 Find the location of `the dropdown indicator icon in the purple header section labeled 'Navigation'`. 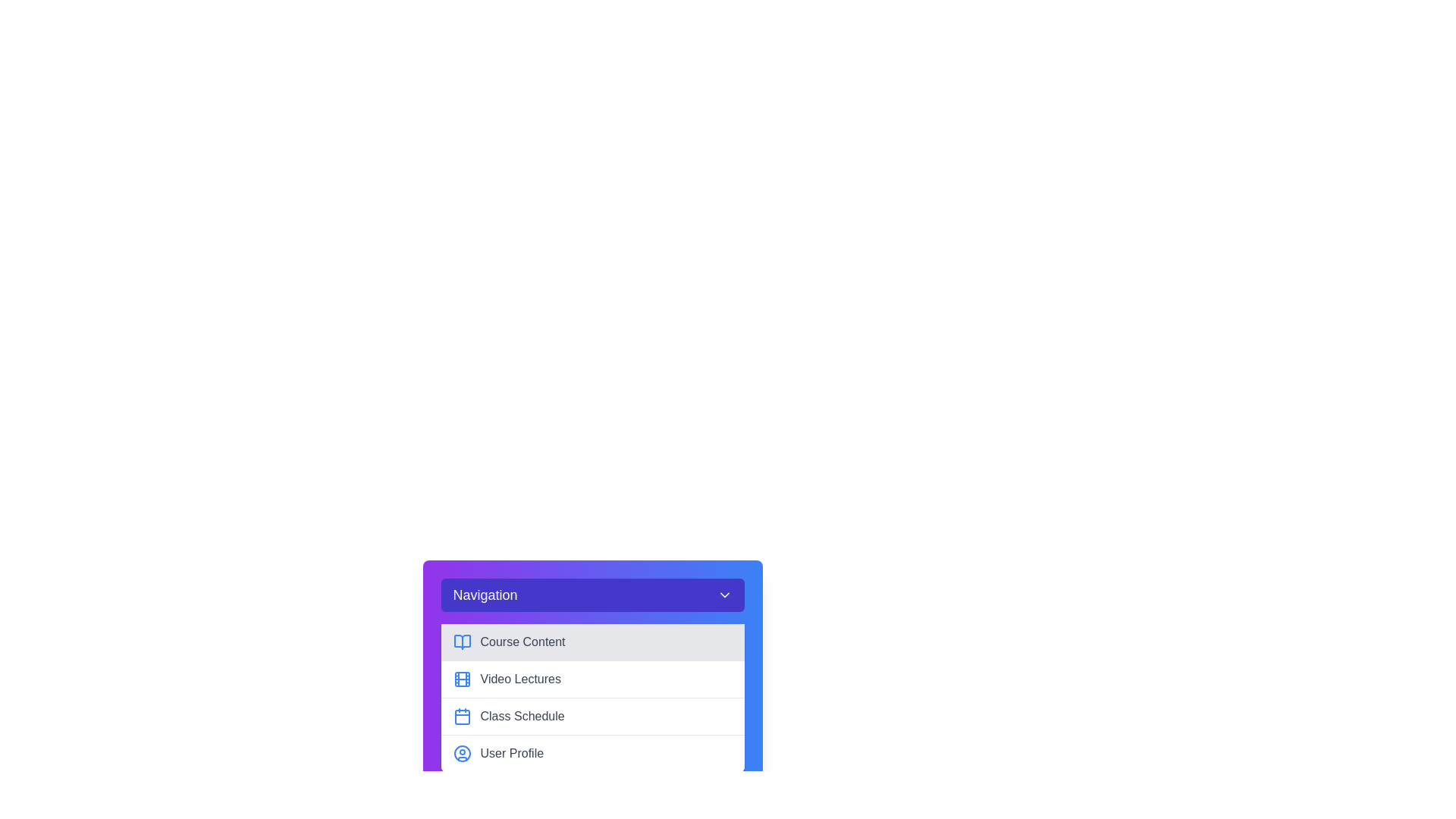

the dropdown indicator icon in the purple header section labeled 'Navigation' is located at coordinates (723, 595).